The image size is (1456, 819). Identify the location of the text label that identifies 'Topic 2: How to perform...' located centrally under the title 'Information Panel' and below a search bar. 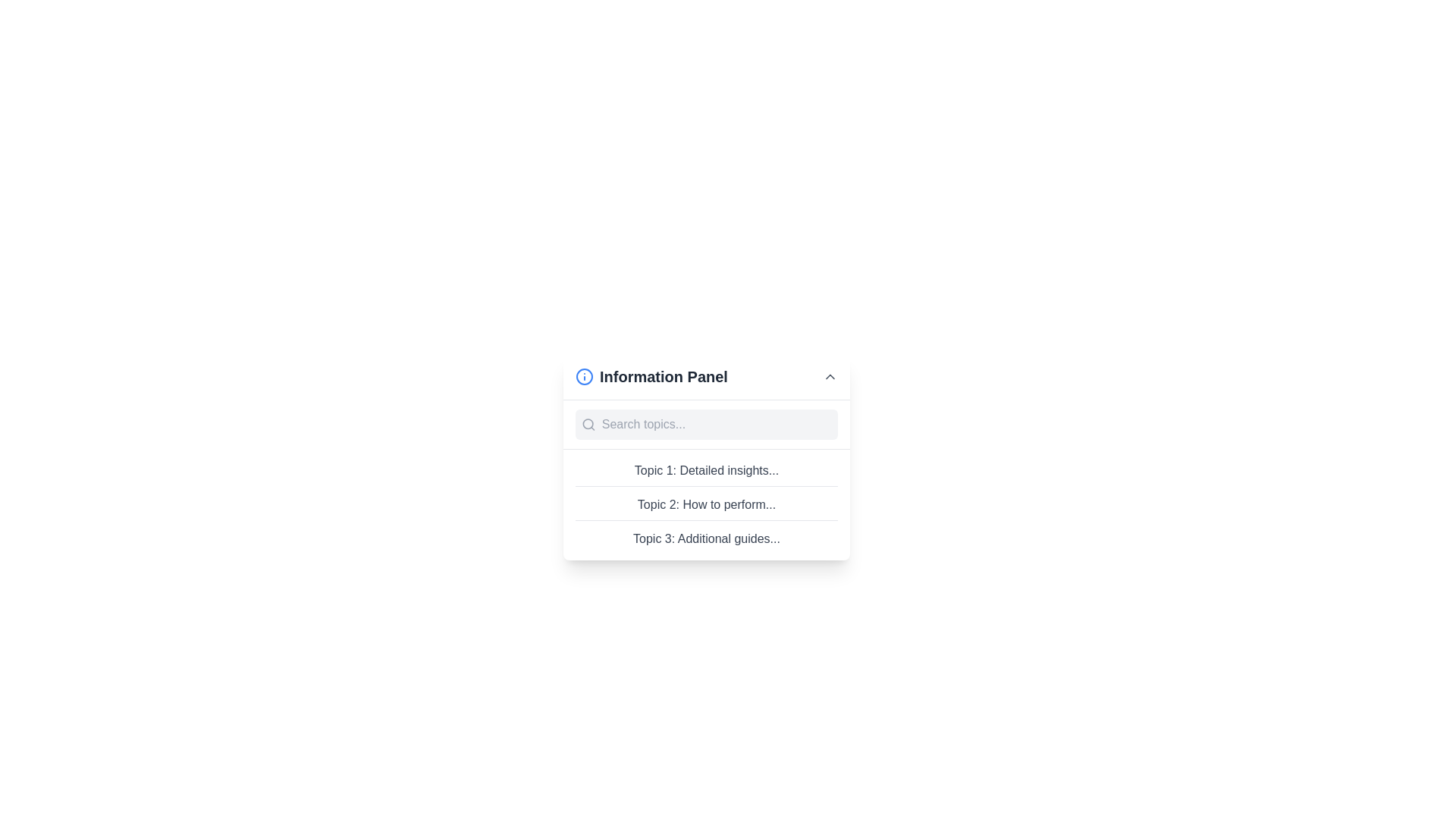
(705, 508).